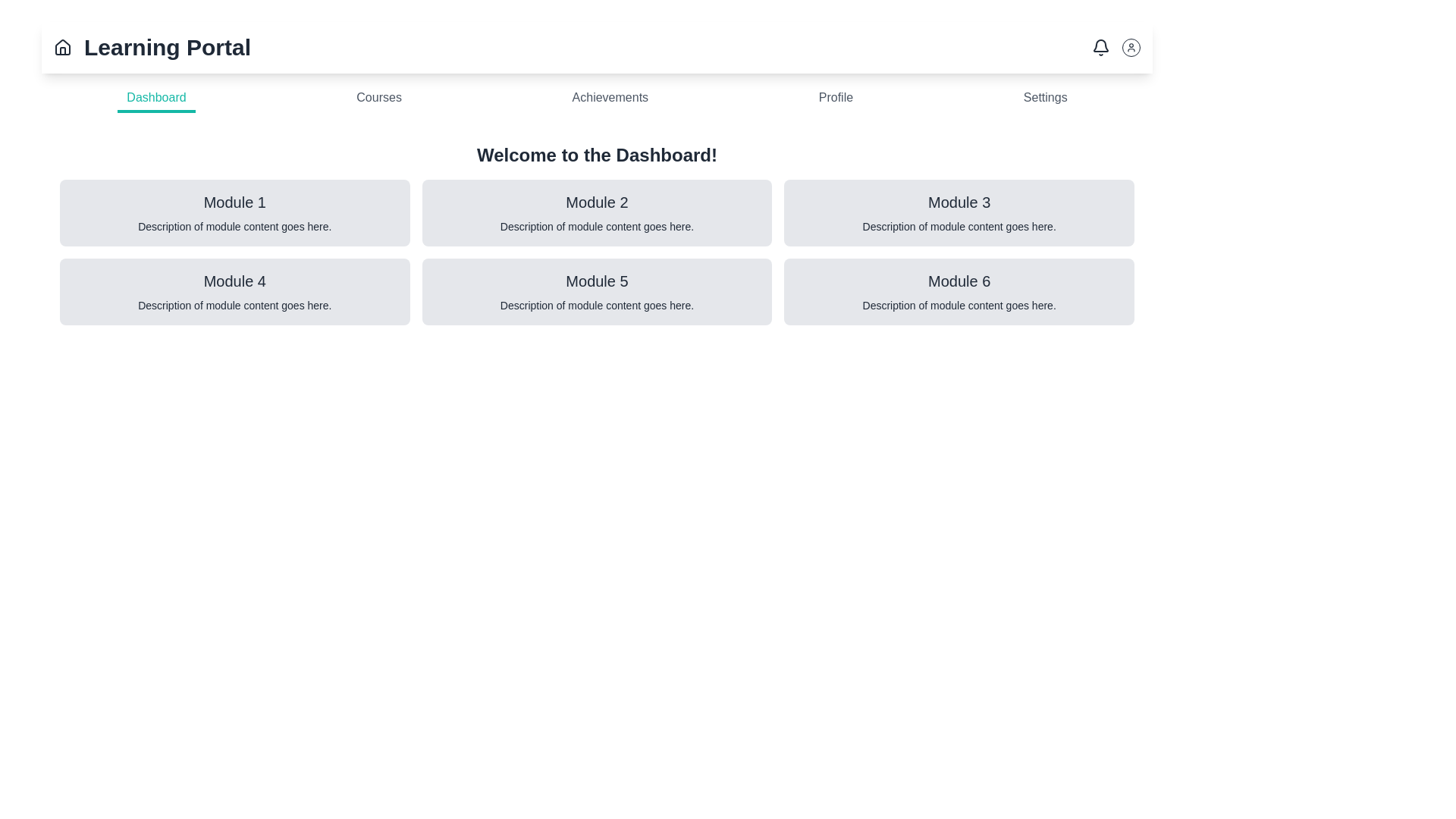  I want to click on the 'Module 4' card element, which is a rectangular box with rounded corners and a light gray background, featuring the text 'Module 4' at the top center, so click(234, 292).